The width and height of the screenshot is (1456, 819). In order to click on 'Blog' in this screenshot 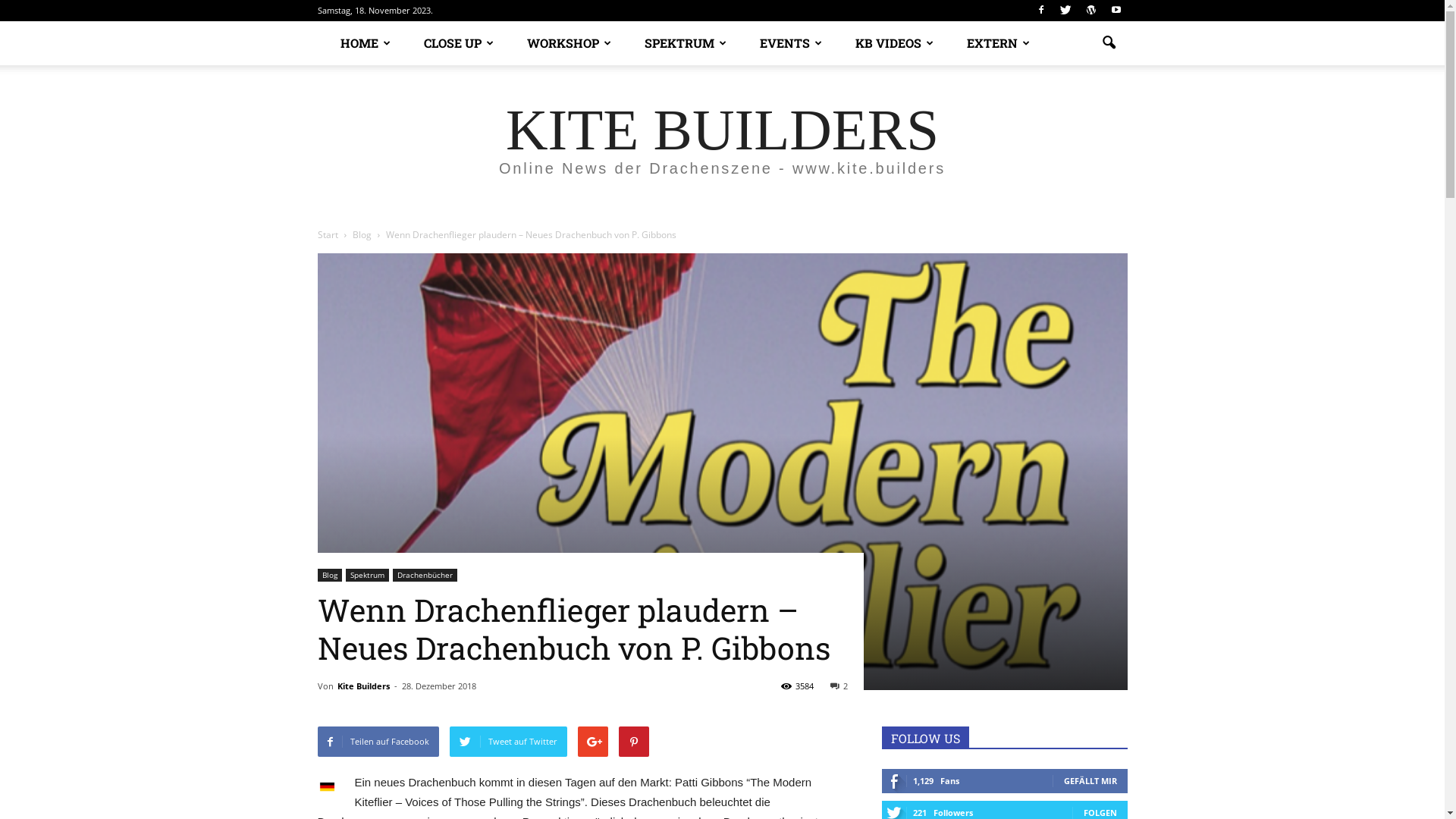, I will do `click(362, 234)`.